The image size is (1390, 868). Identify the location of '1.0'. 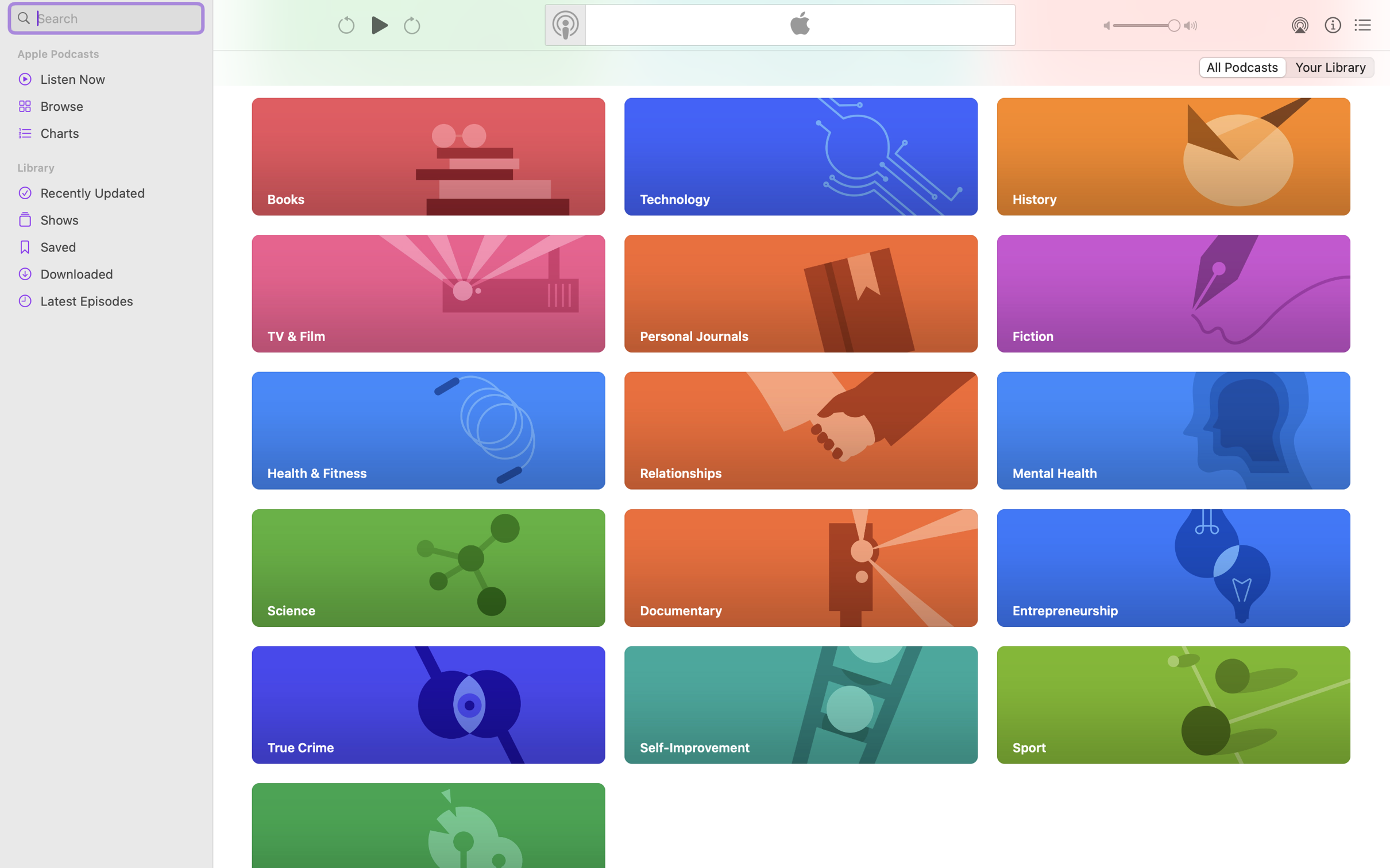
(1146, 25).